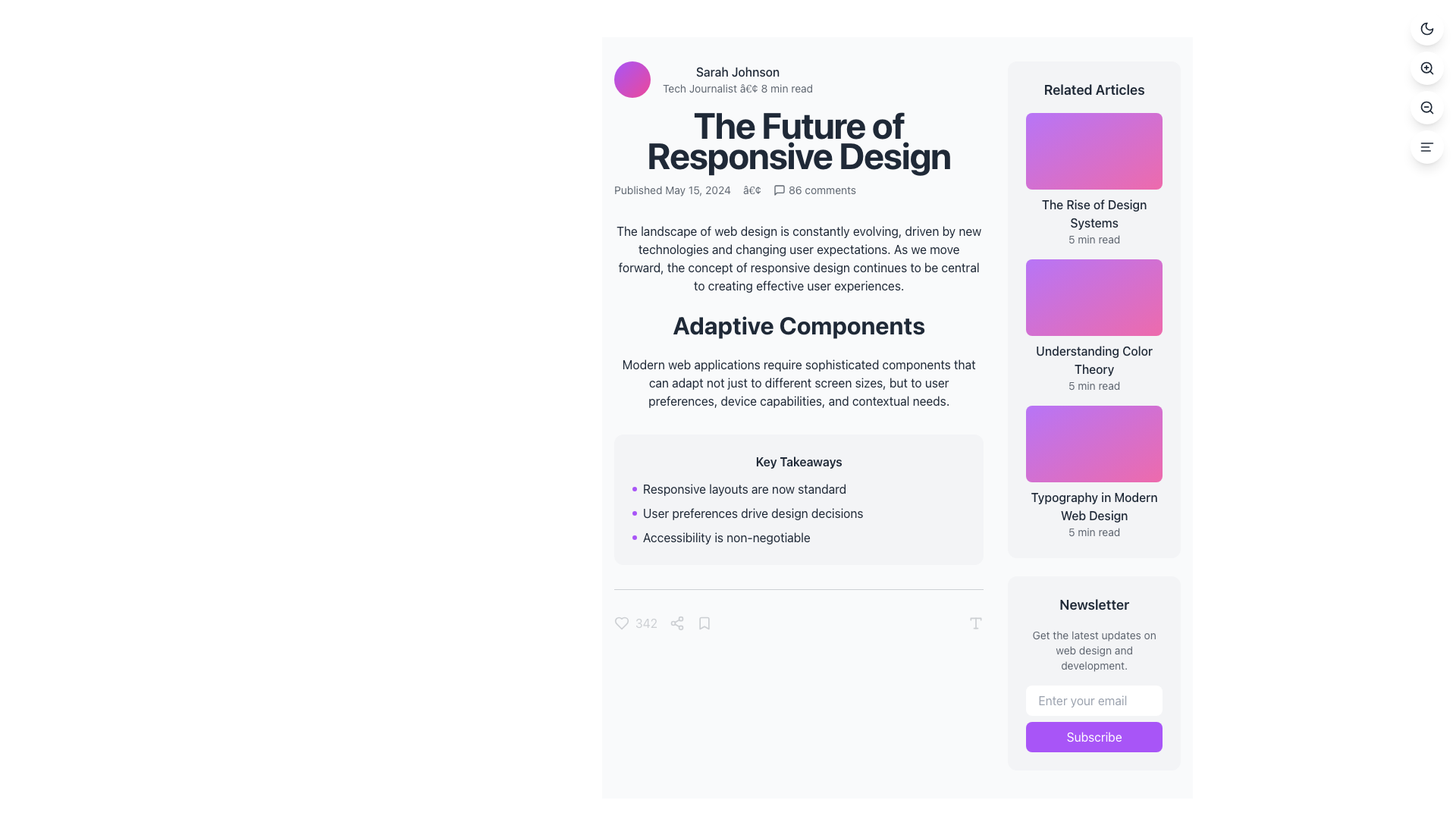 This screenshot has width=1456, height=819. I want to click on the Text Label that introduces the summary or key points of the content, located at the top of a gray box before a bulleted list, so click(798, 461).